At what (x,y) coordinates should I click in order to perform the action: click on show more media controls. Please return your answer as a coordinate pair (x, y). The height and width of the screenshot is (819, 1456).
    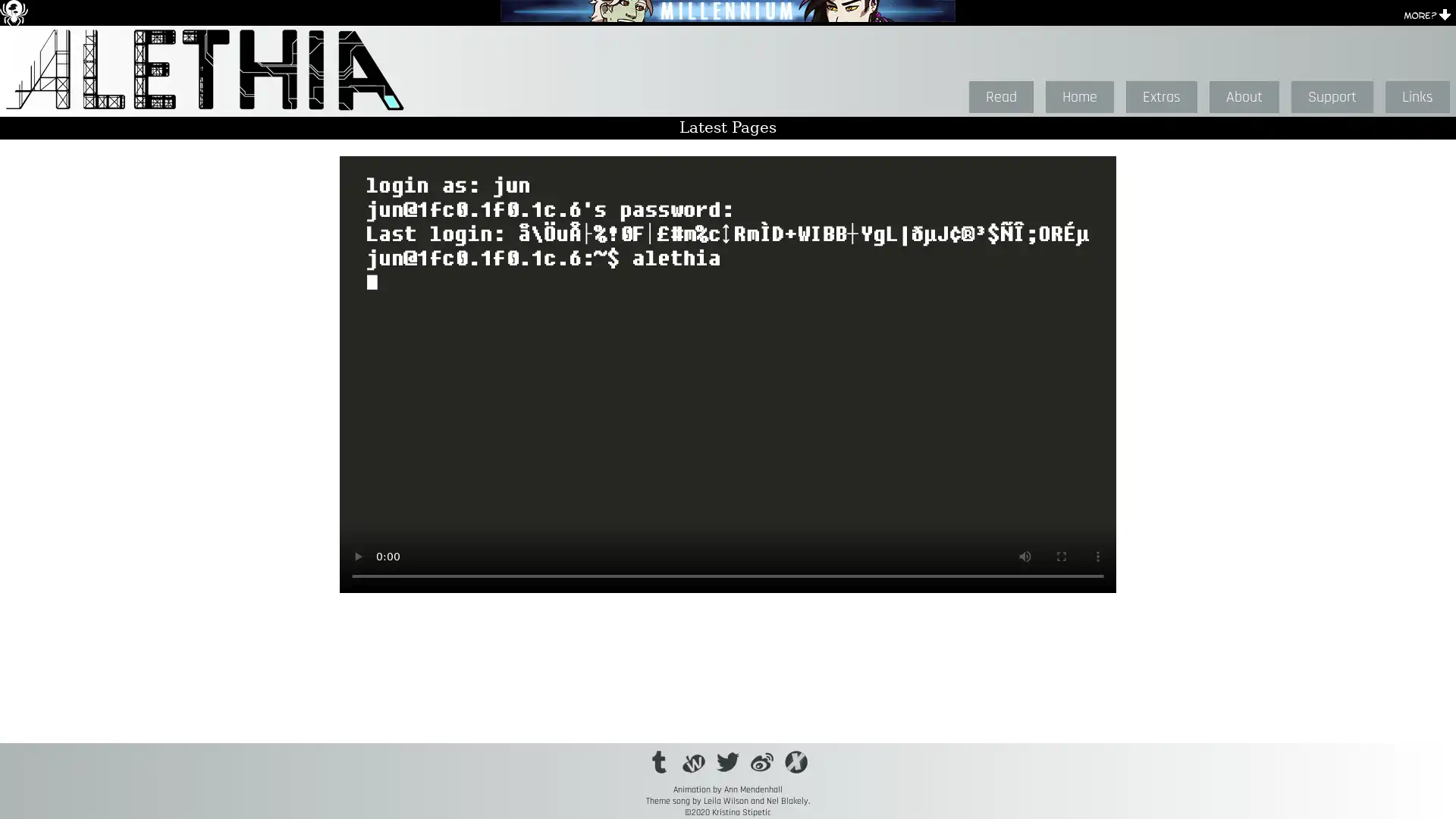
    Looking at the image, I should click on (1098, 556).